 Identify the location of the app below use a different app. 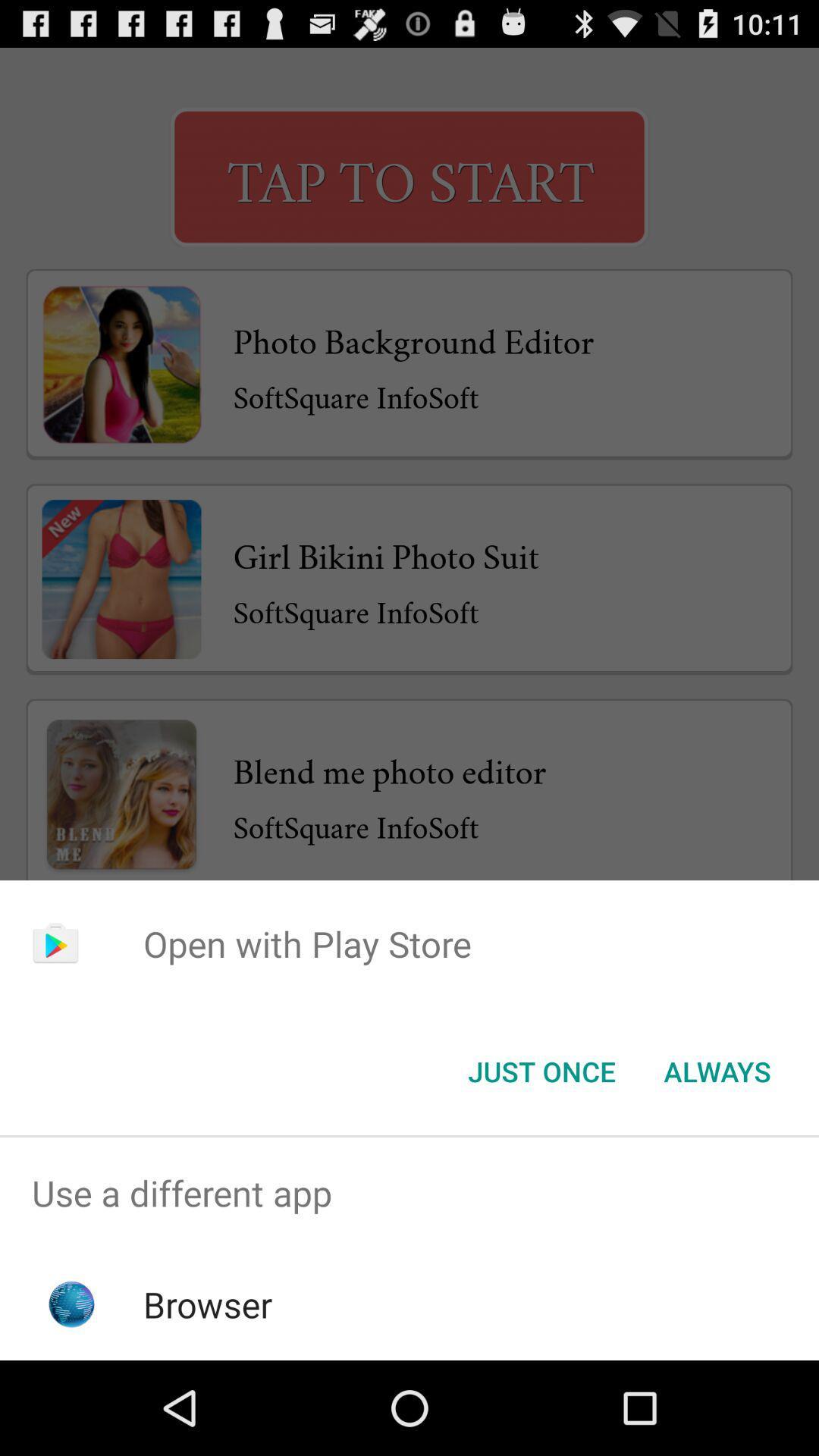
(208, 1304).